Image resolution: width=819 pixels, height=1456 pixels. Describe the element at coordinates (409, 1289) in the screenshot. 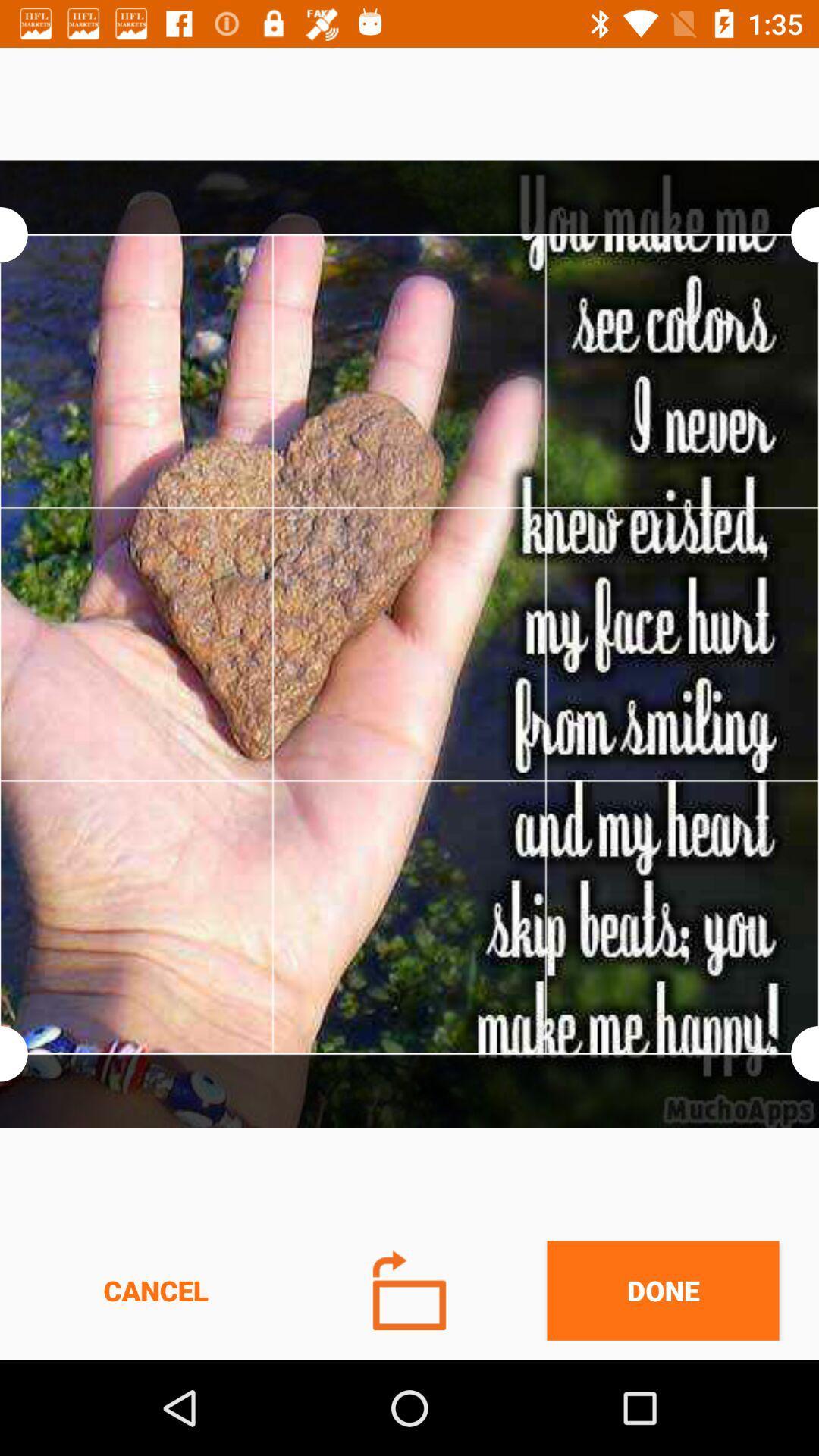

I see `icon to the right of the cancel item` at that location.